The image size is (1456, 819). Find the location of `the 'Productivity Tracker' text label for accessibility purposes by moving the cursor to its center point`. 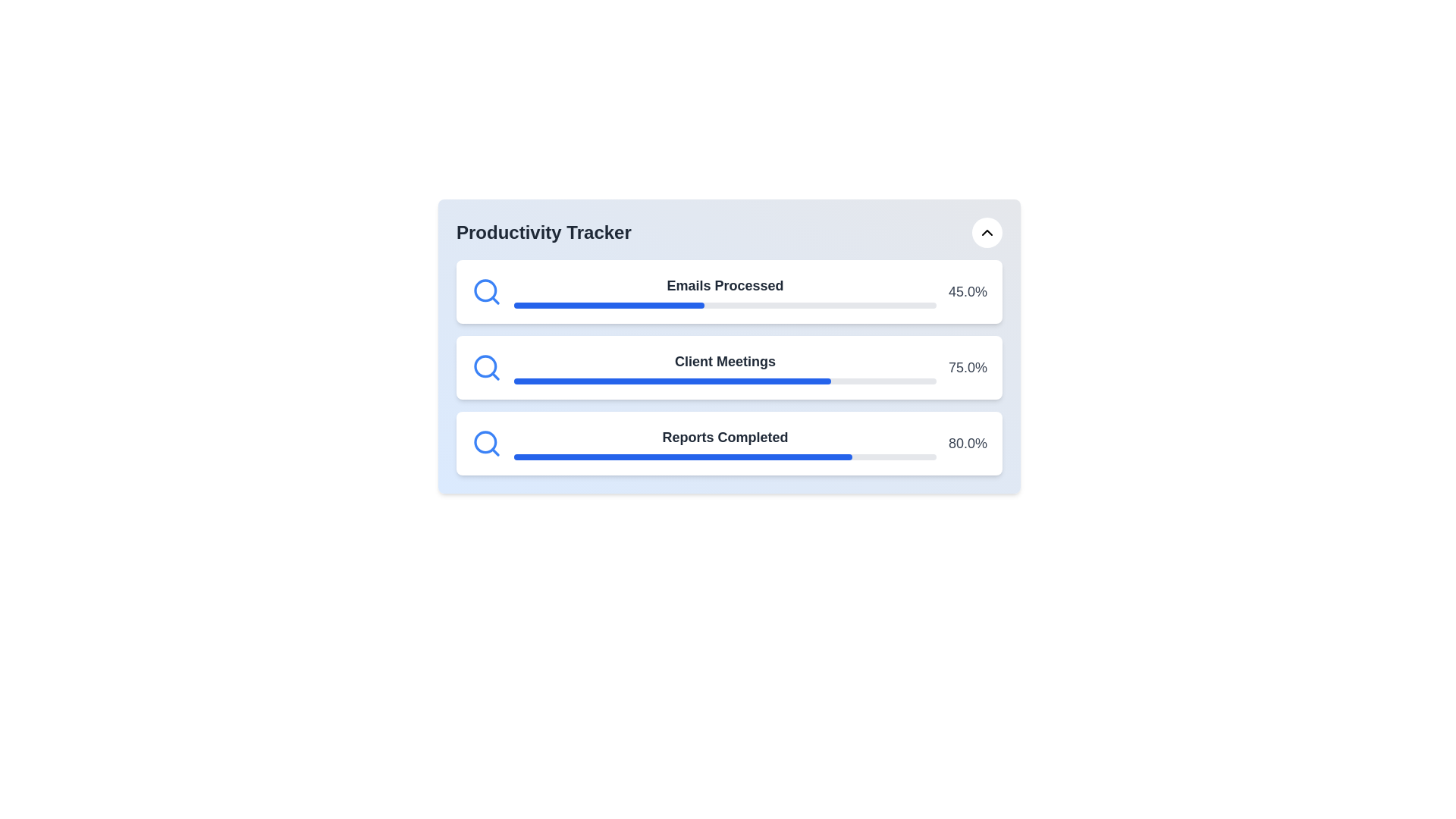

the 'Productivity Tracker' text label for accessibility purposes by moving the cursor to its center point is located at coordinates (544, 233).